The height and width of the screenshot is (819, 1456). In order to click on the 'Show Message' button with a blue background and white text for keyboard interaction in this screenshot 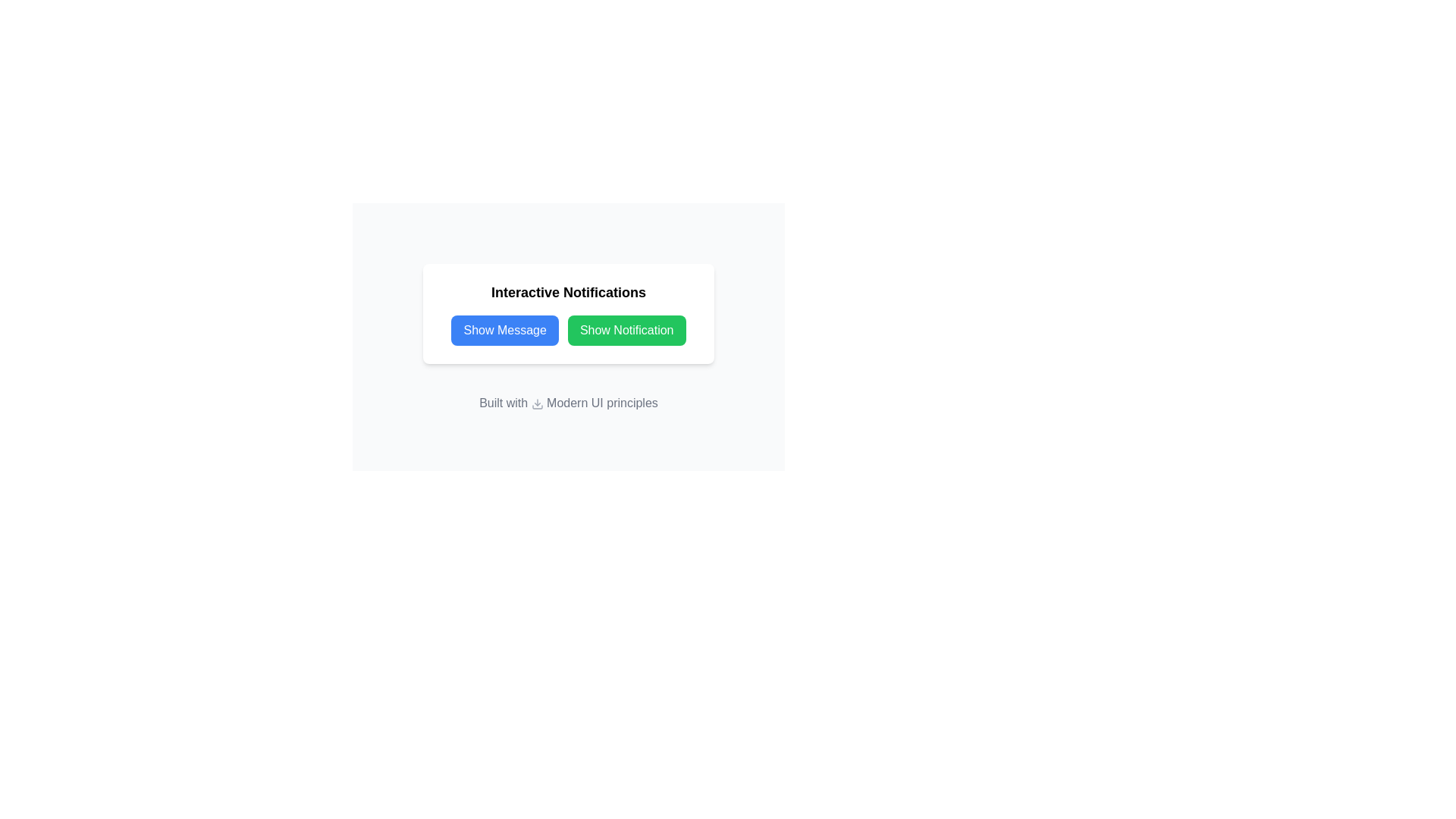, I will do `click(505, 329)`.